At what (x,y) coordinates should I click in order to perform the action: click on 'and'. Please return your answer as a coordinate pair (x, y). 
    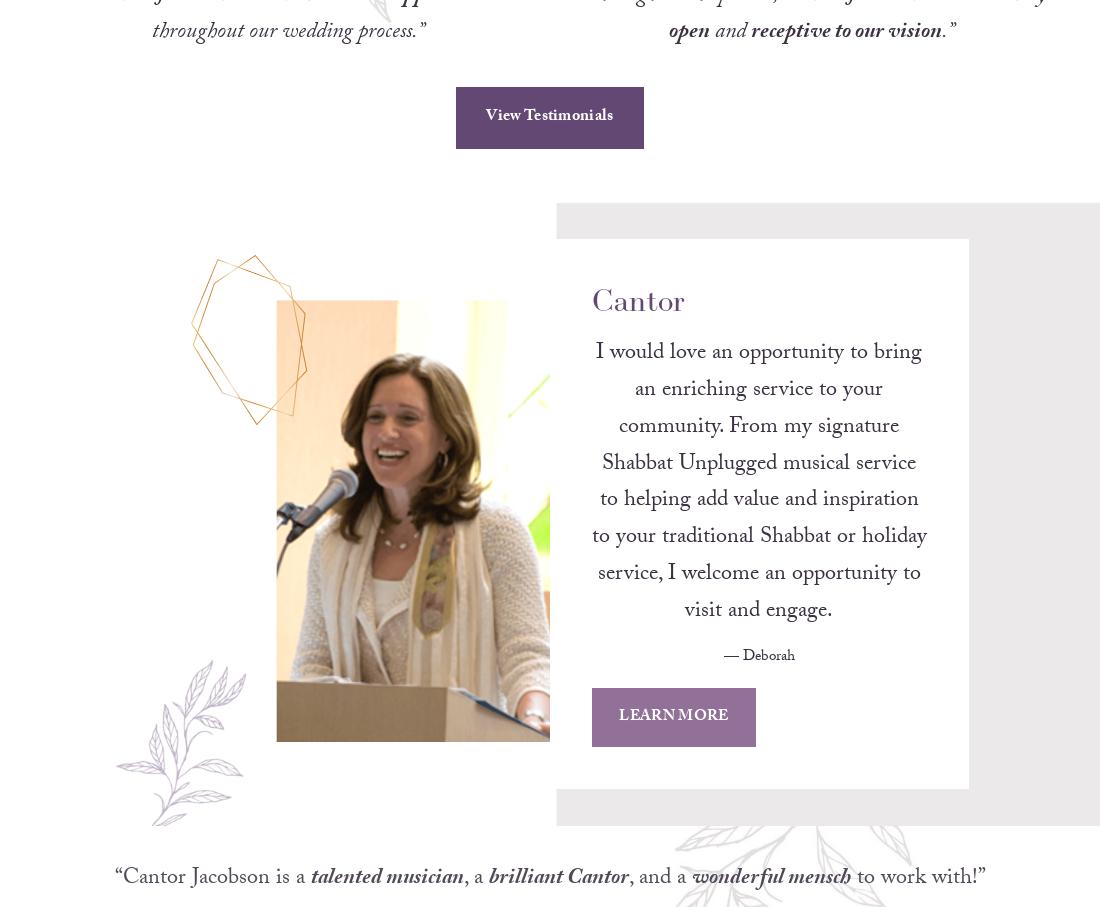
    Looking at the image, I should click on (707, 59).